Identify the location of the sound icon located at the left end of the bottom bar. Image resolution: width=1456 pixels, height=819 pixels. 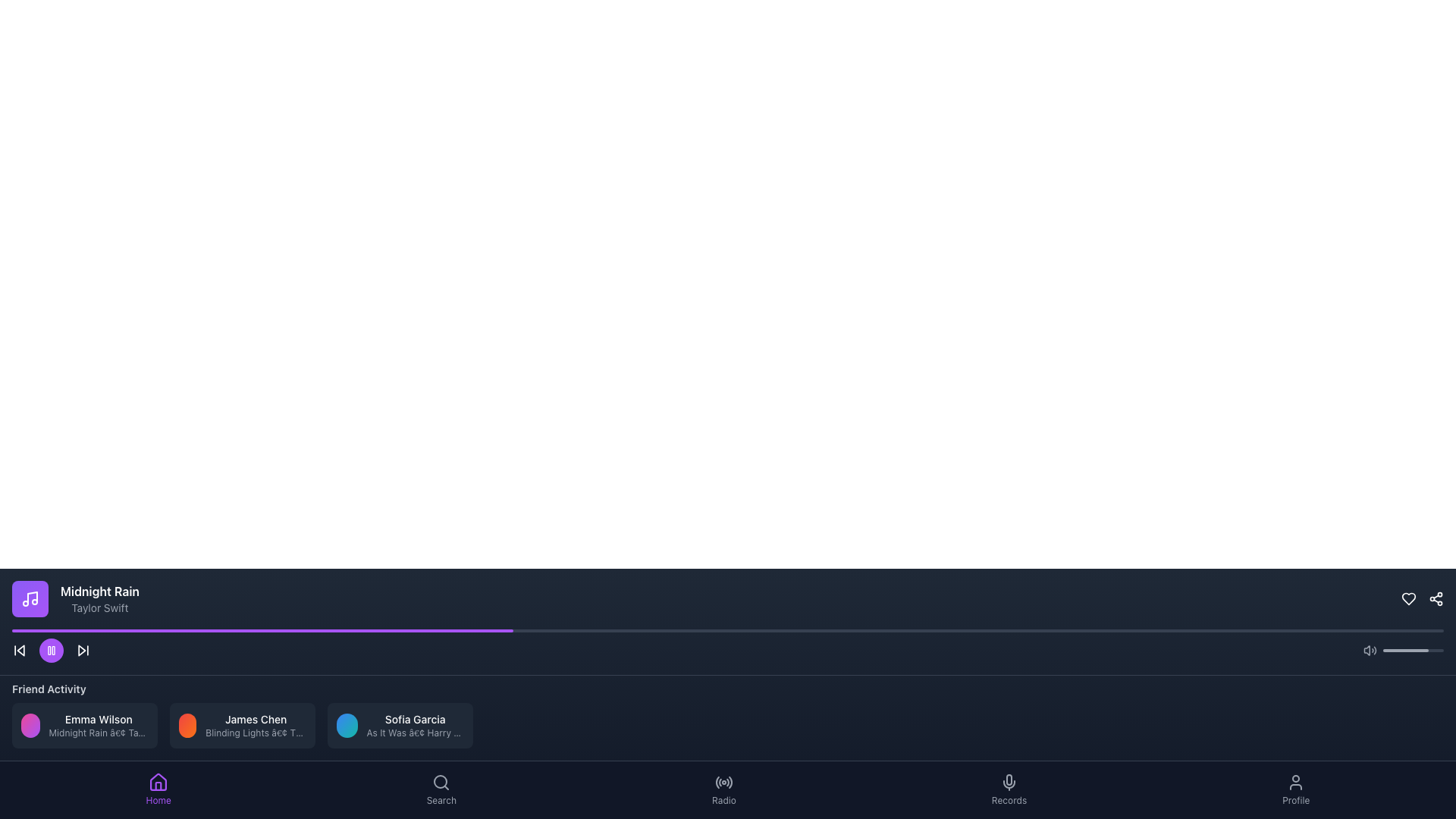
(1370, 649).